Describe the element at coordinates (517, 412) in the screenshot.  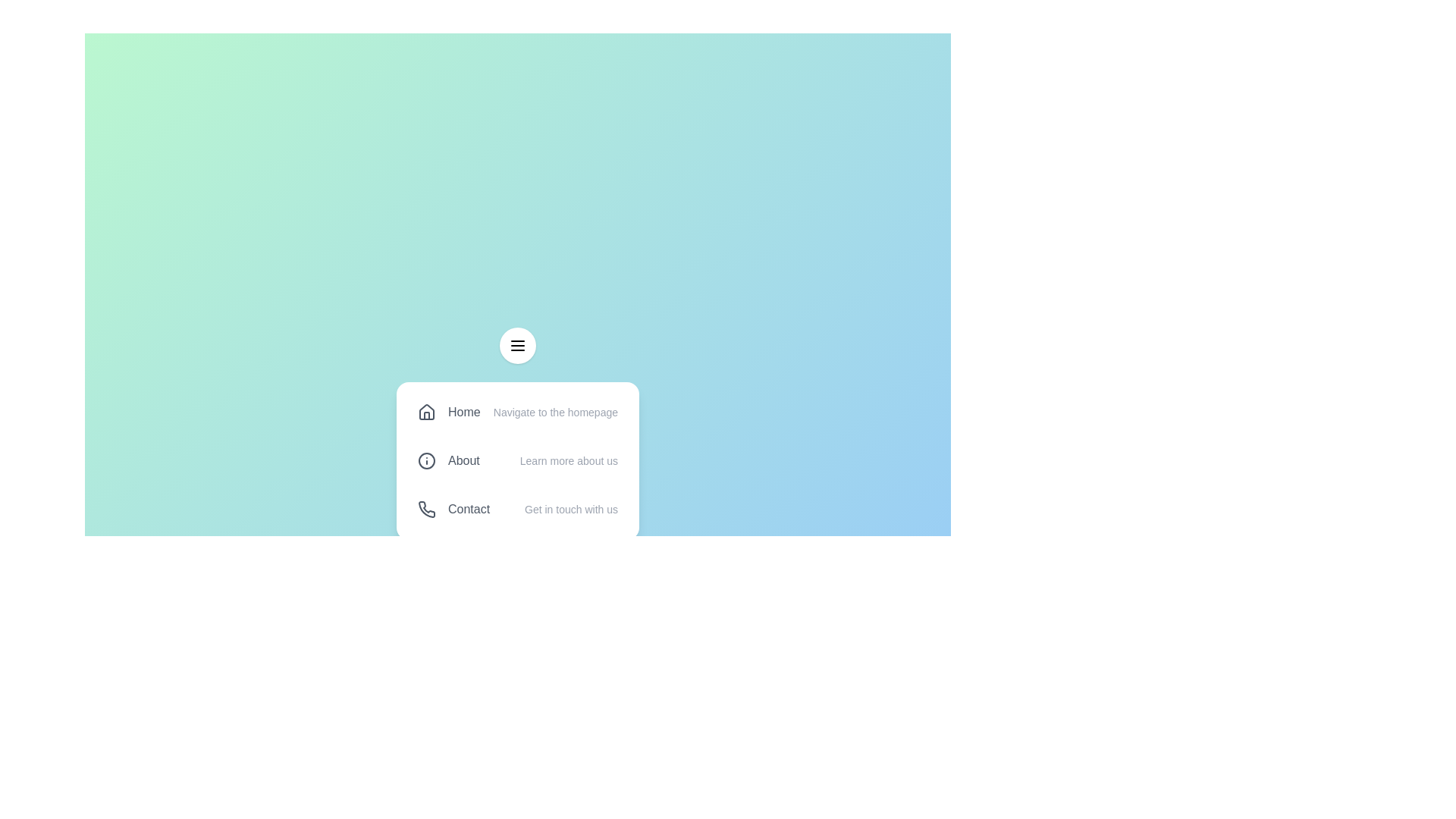
I see `the menu item Home from the menu` at that location.